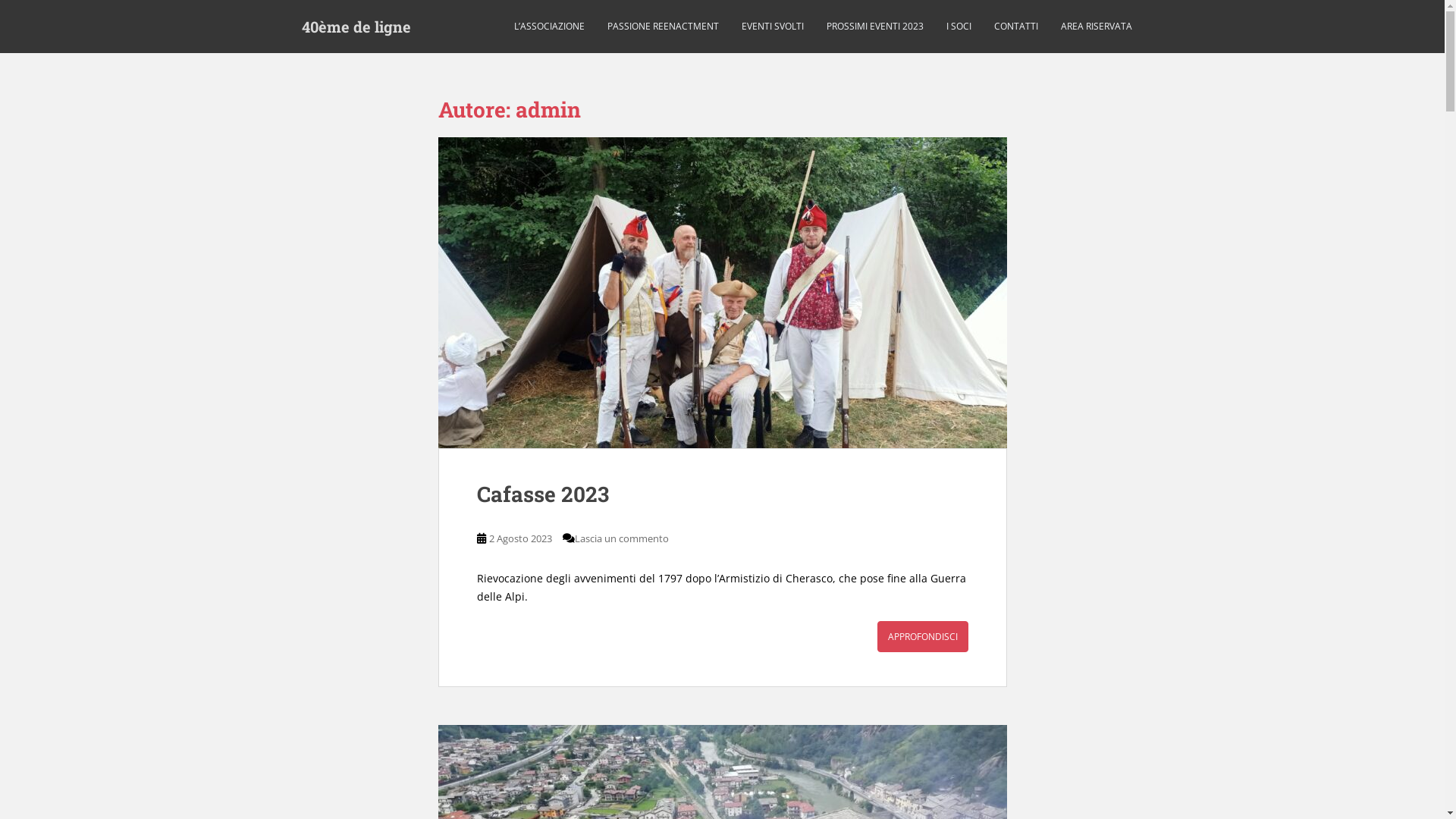  What do you see at coordinates (1095, 26) in the screenshot?
I see `'AREA RISERVATA'` at bounding box center [1095, 26].